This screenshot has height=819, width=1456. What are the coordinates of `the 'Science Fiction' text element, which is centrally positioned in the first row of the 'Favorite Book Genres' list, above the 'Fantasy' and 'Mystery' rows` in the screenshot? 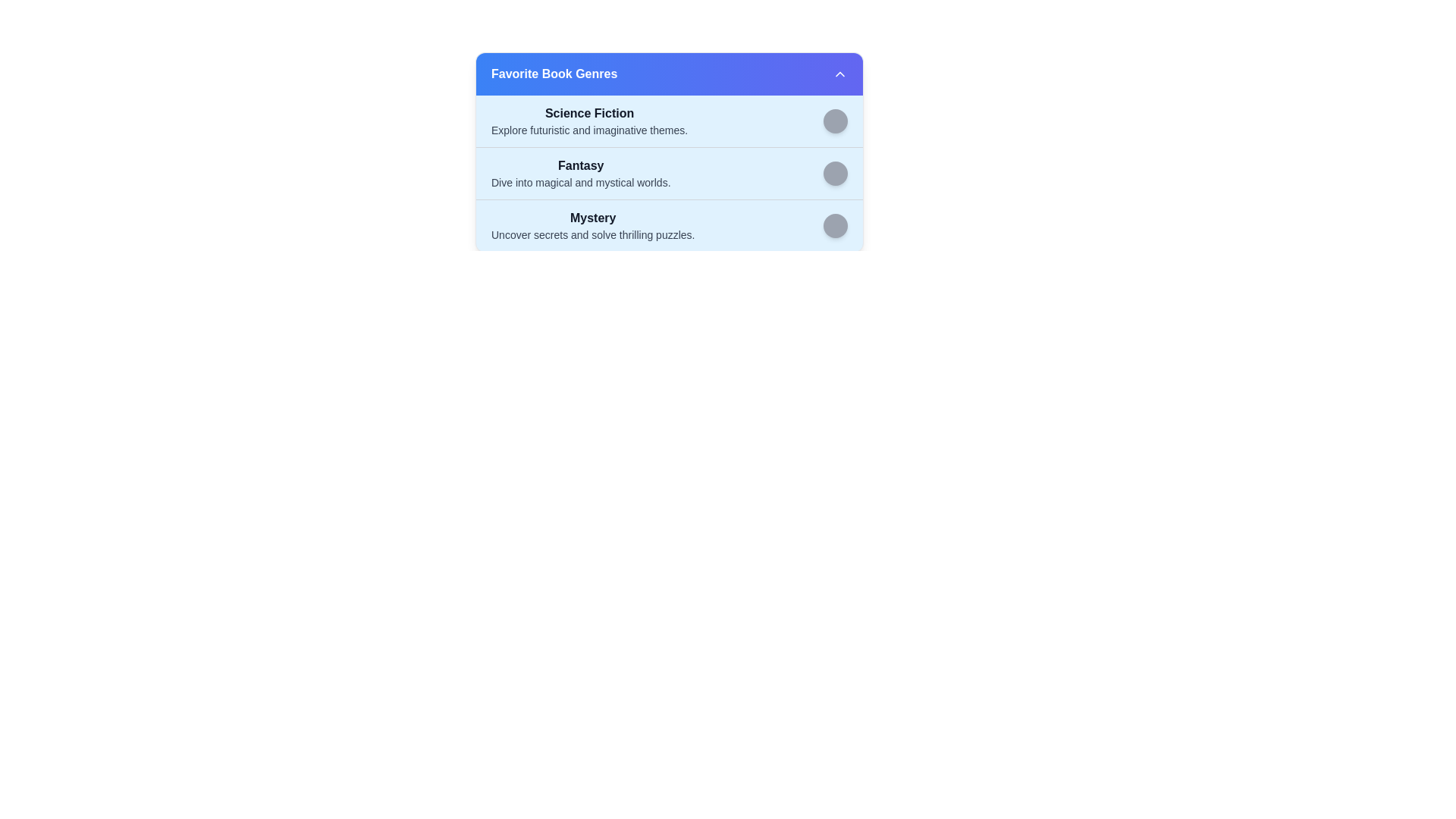 It's located at (588, 120).